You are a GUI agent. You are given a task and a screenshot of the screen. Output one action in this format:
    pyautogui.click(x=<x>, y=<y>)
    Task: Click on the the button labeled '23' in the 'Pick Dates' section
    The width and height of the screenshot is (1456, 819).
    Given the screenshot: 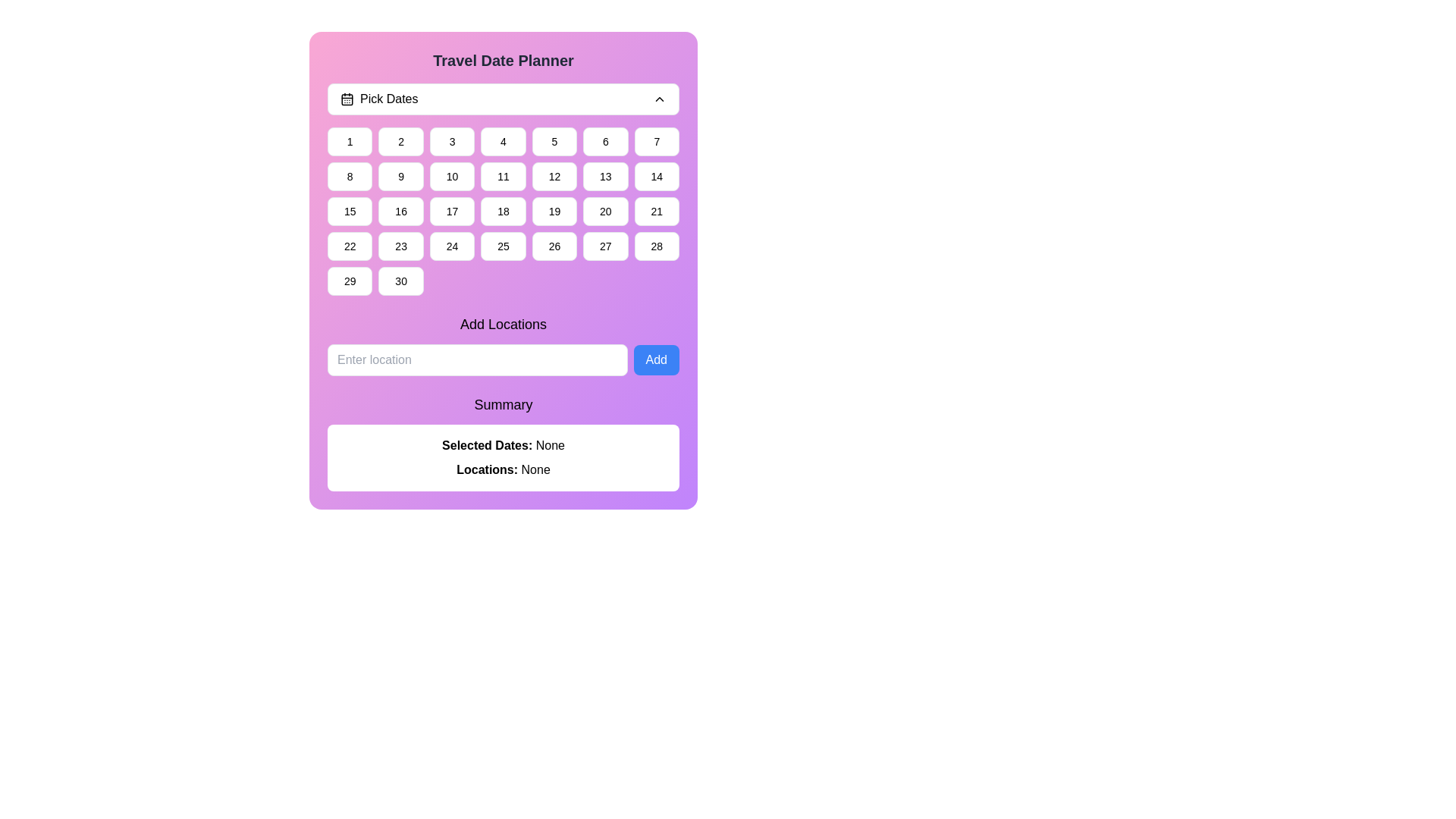 What is the action you would take?
    pyautogui.click(x=401, y=245)
    